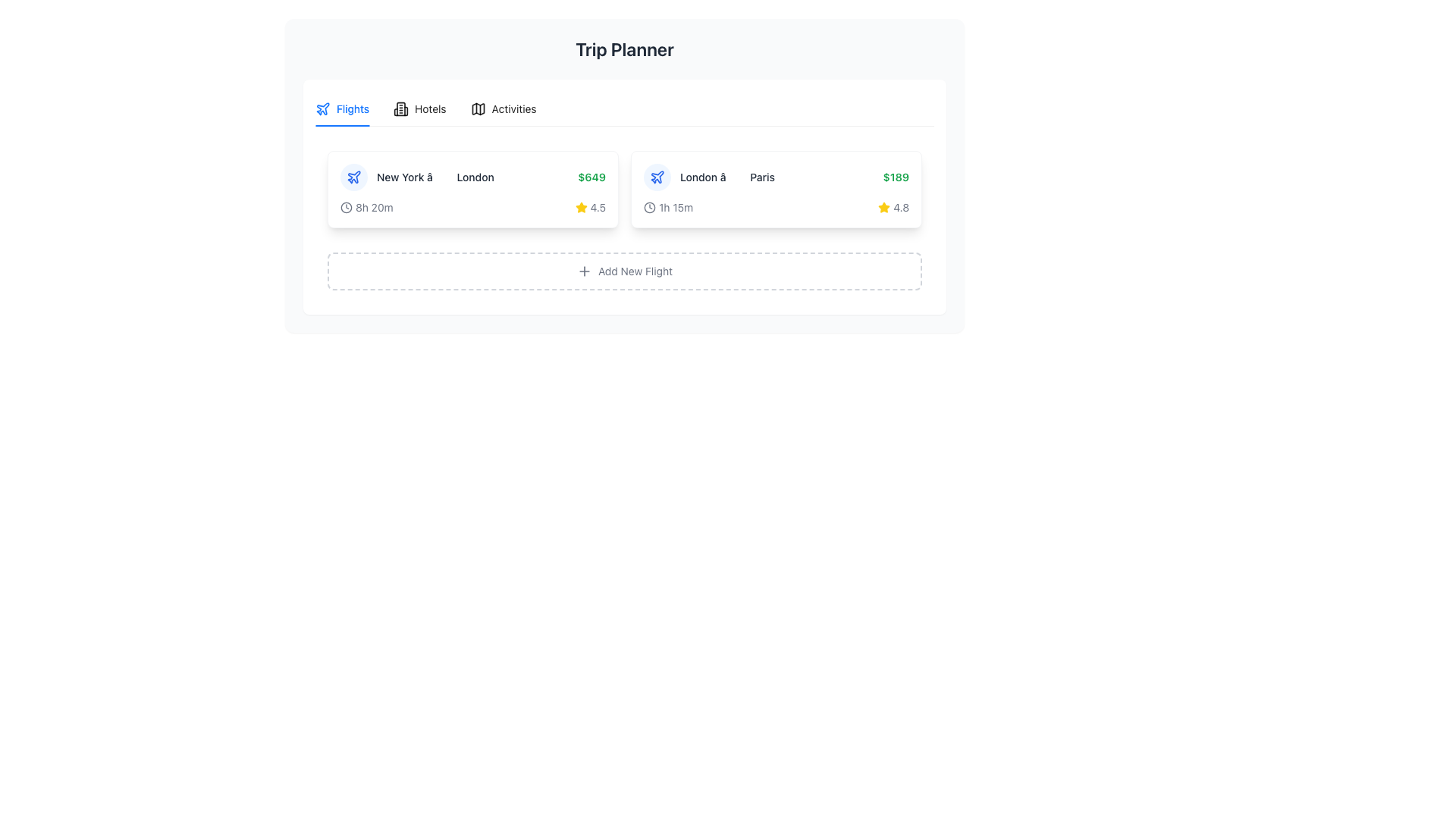 The image size is (1456, 819). What do you see at coordinates (884, 207) in the screenshot?
I see `the filled yellow star icon indicating a rating of 4.8 to interact with the rating system` at bounding box center [884, 207].